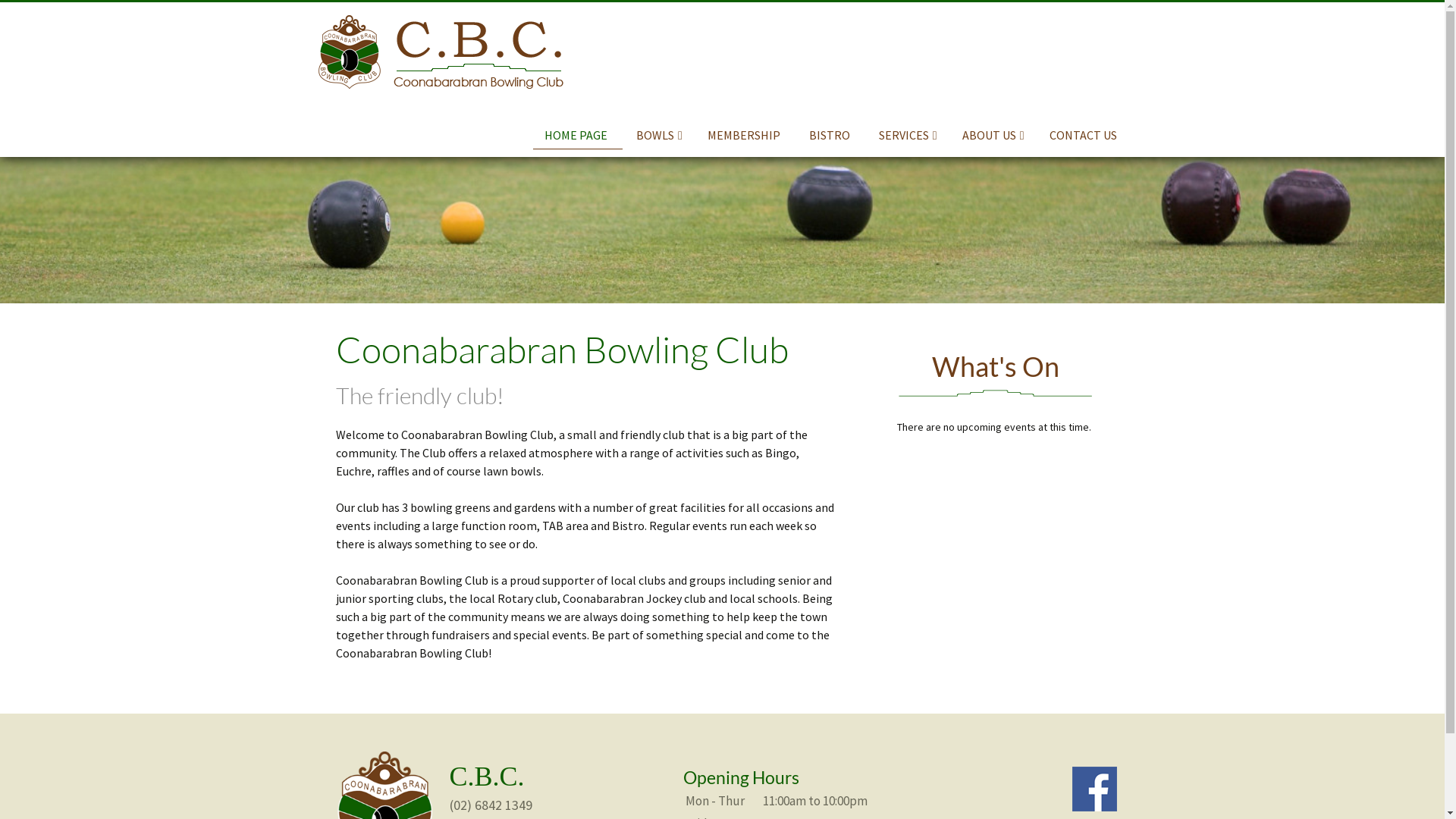 This screenshot has height=819, width=1456. Describe the element at coordinates (695, 133) in the screenshot. I see `'MEMBERSHIP'` at that location.